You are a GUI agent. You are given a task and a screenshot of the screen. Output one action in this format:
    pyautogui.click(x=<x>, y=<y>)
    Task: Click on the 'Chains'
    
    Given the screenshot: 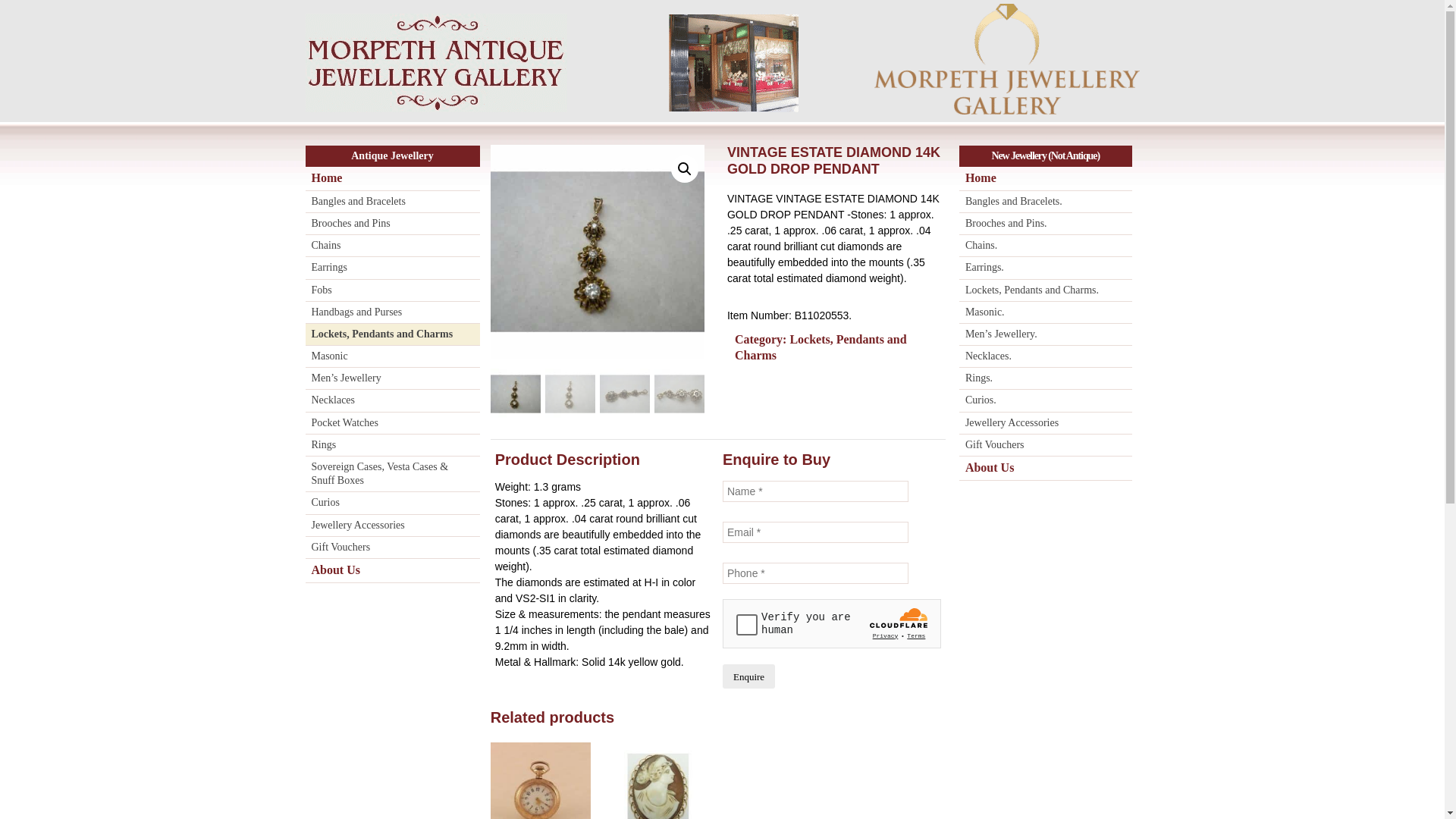 What is the action you would take?
    pyautogui.click(x=392, y=245)
    